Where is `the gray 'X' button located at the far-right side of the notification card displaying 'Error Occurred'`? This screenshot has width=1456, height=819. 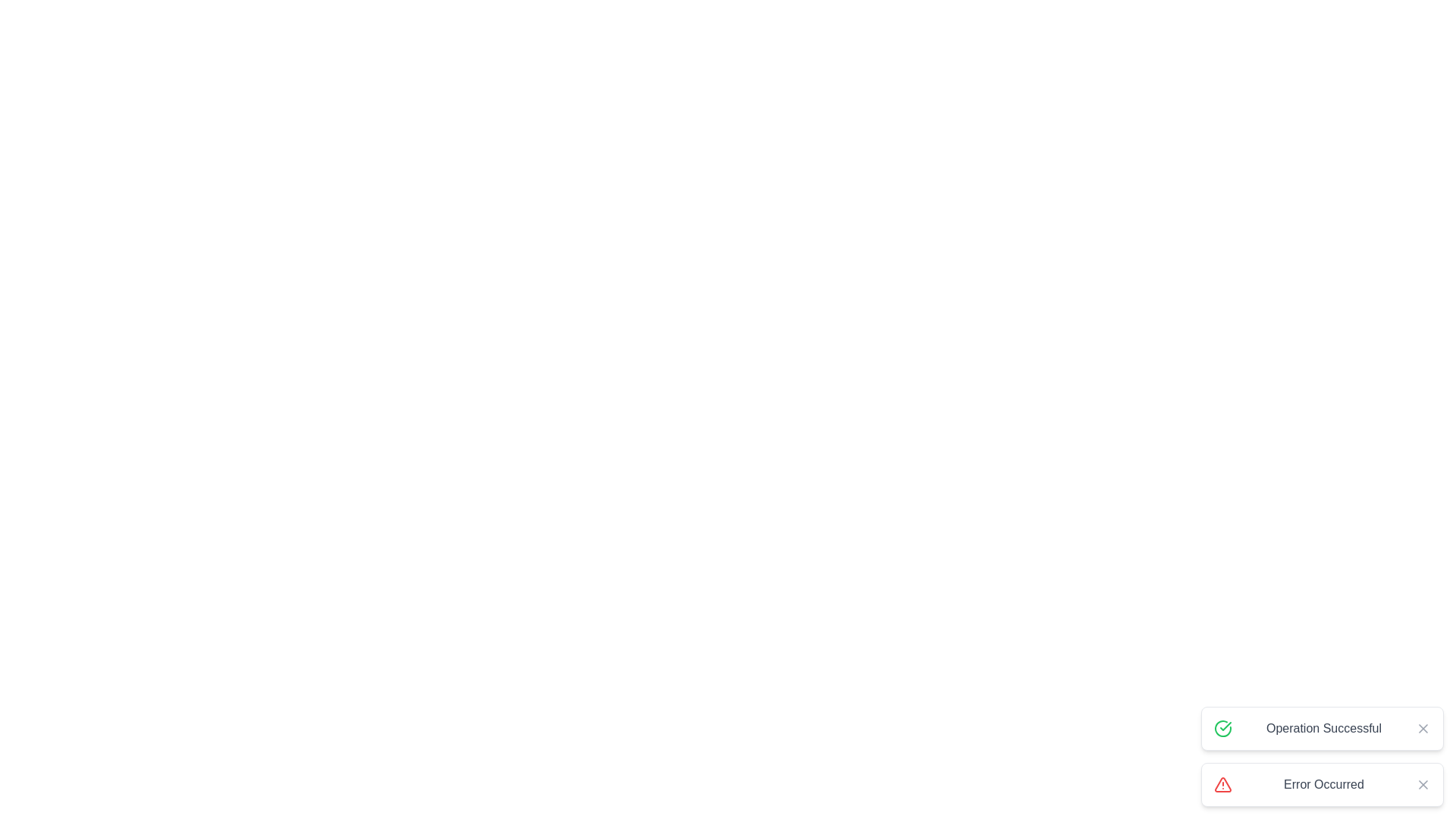
the gray 'X' button located at the far-right side of the notification card displaying 'Error Occurred' is located at coordinates (1422, 784).